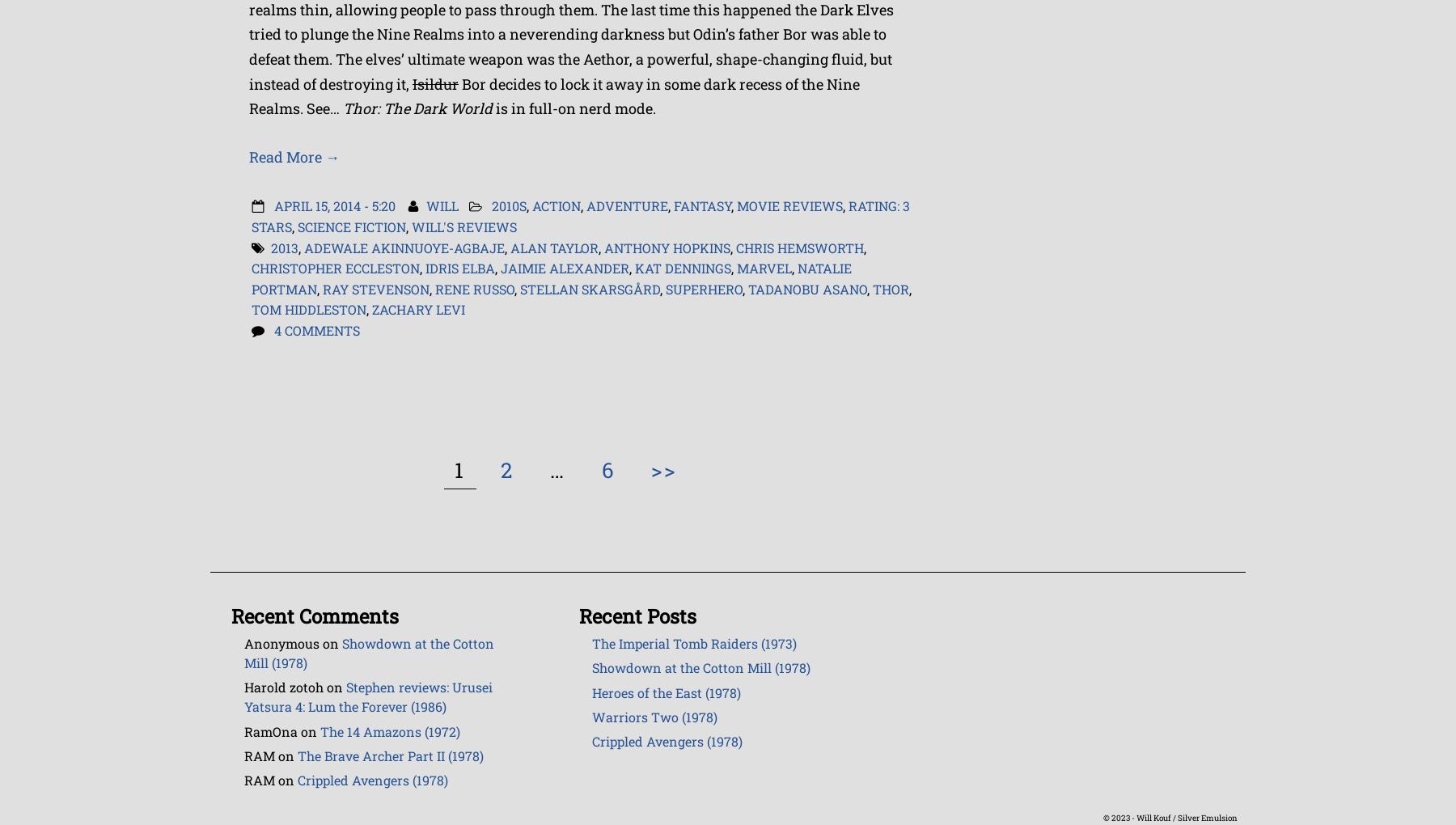  I want to click on 'Will's Reviews', so click(464, 225).